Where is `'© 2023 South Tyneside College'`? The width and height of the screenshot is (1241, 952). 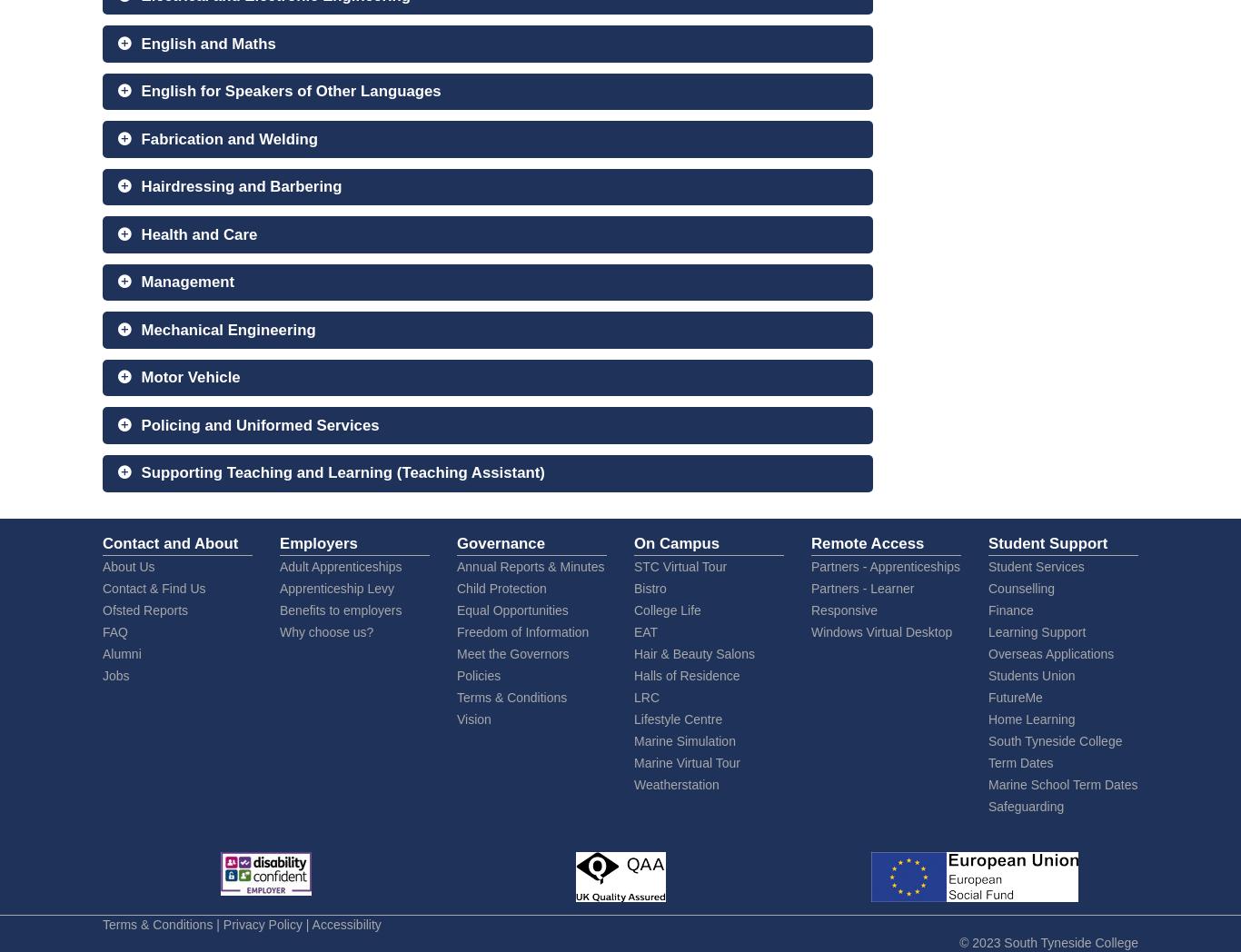 '© 2023 South Tyneside College' is located at coordinates (1048, 941).